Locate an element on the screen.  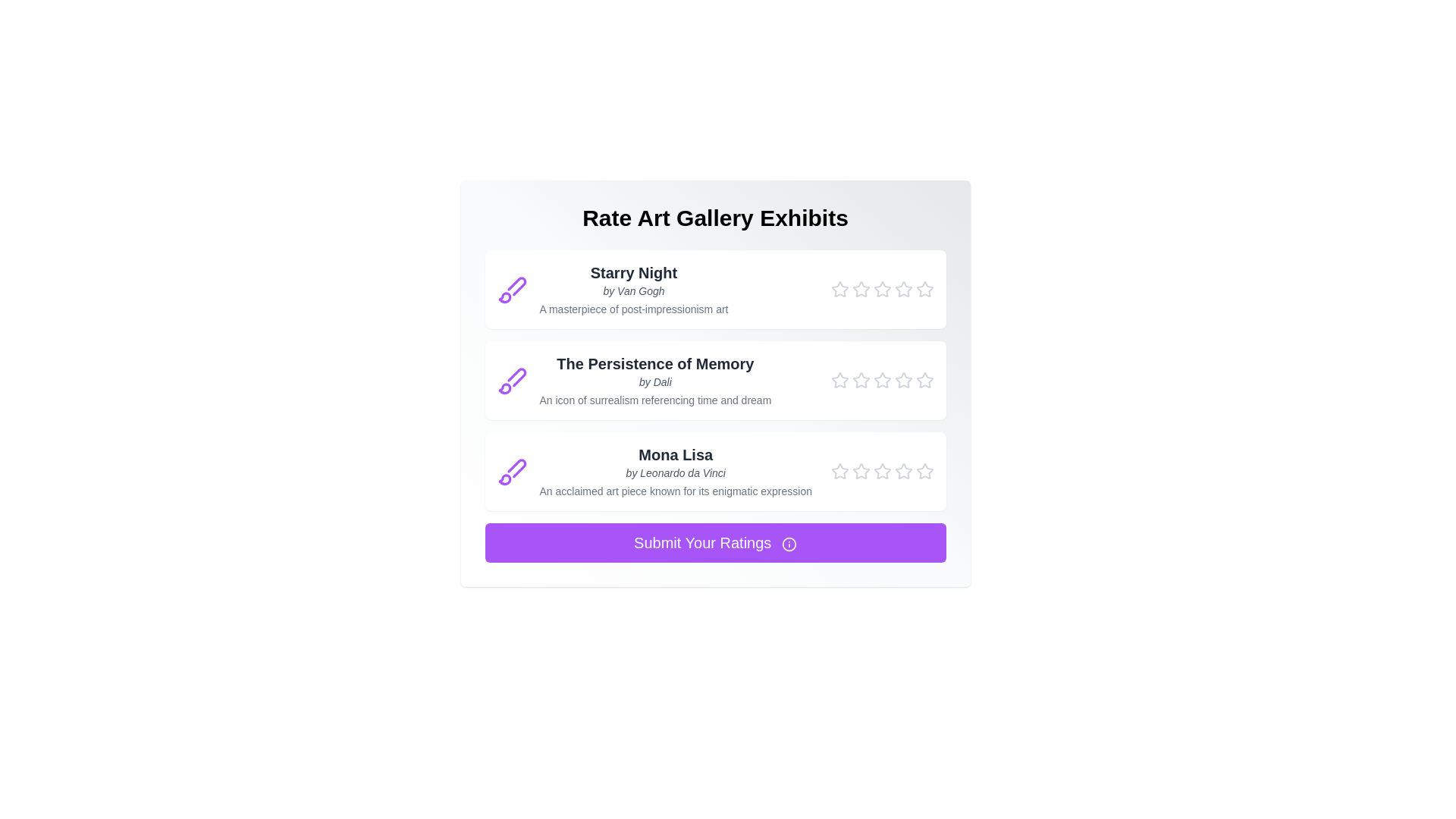
the star corresponding to 1 for the painting titled Mona Lisa to set its rating is located at coordinates (839, 470).